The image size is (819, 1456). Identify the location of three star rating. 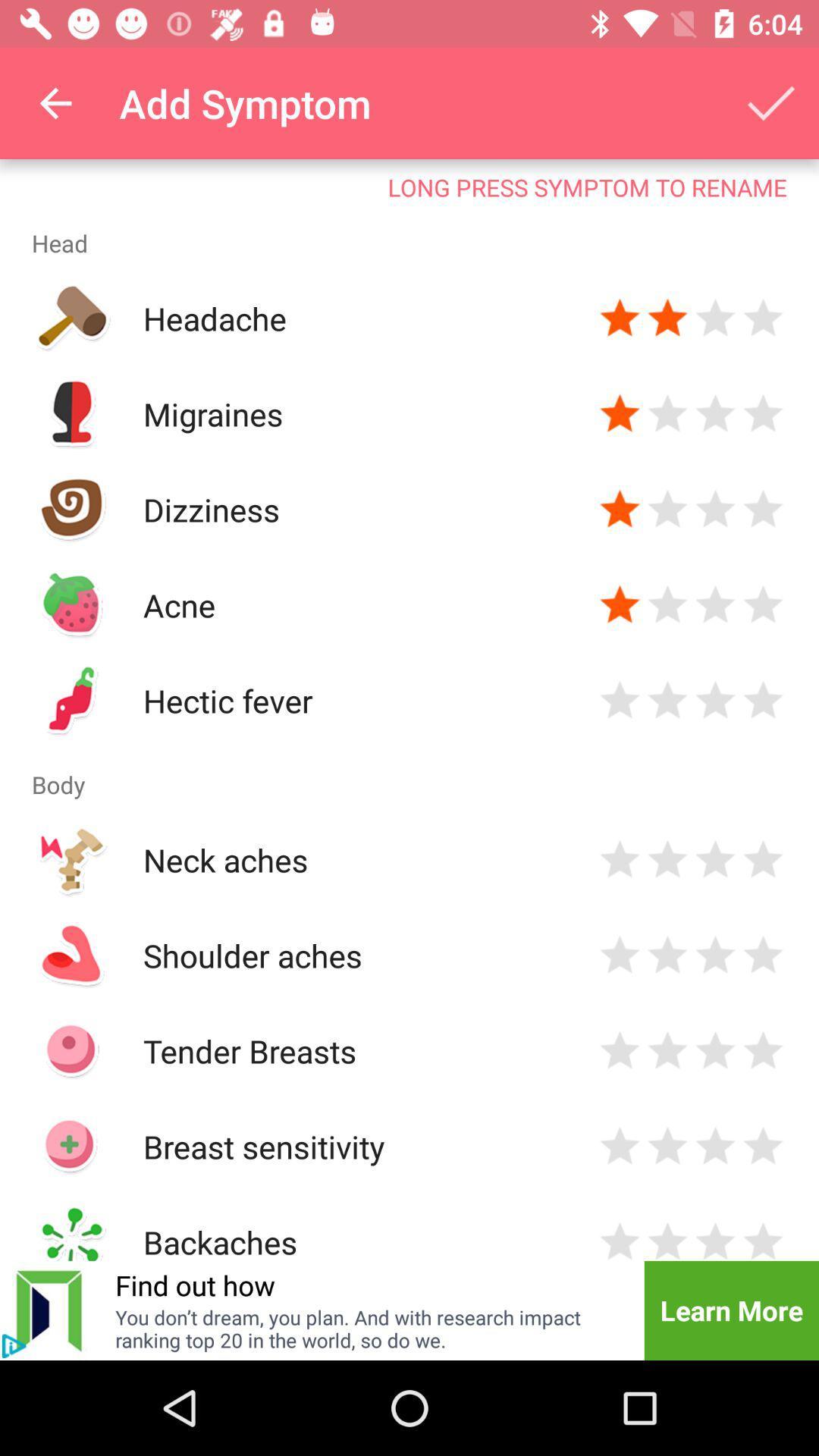
(715, 1147).